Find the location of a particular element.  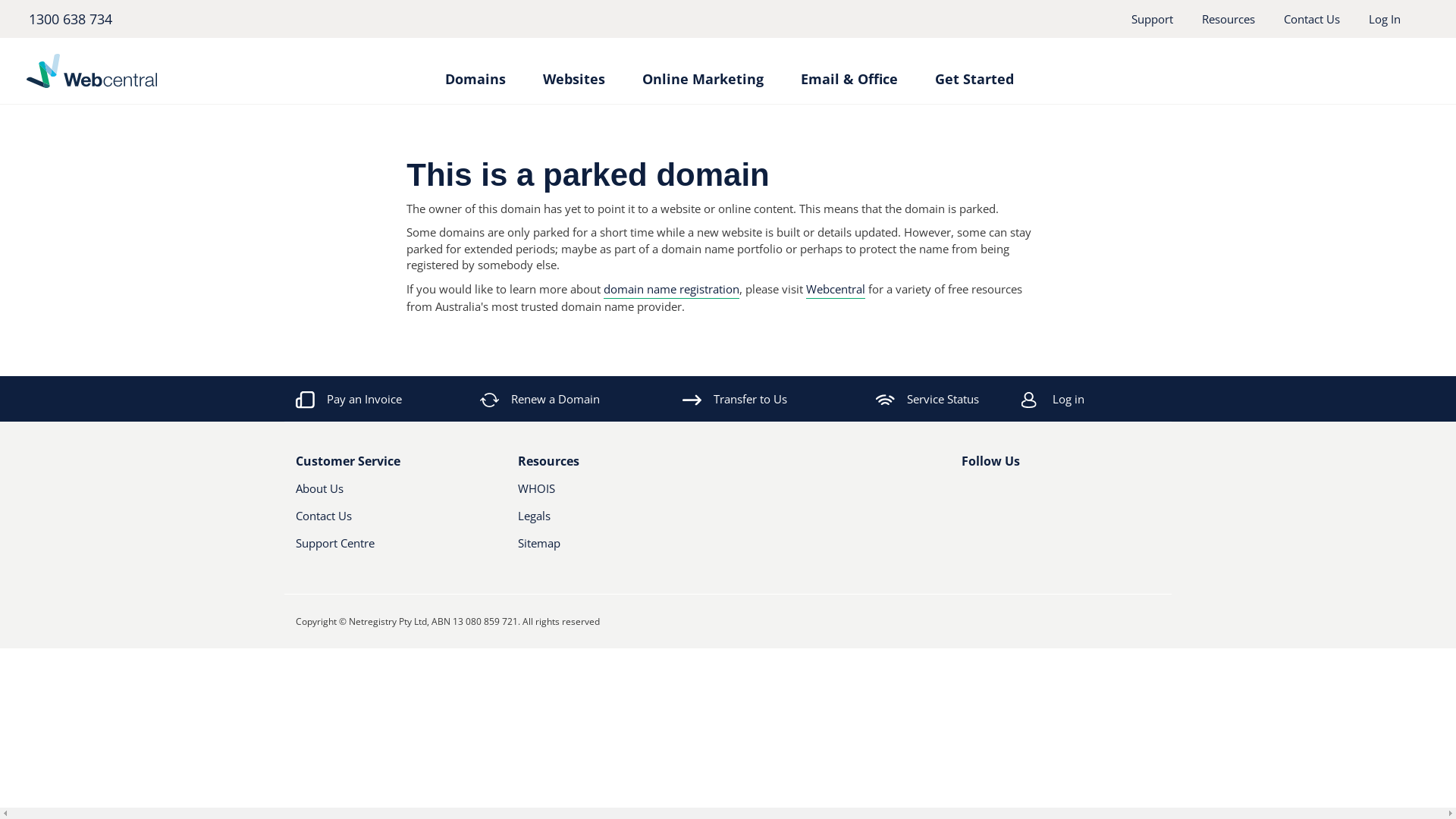

'Contact Us' is located at coordinates (1283, 18).